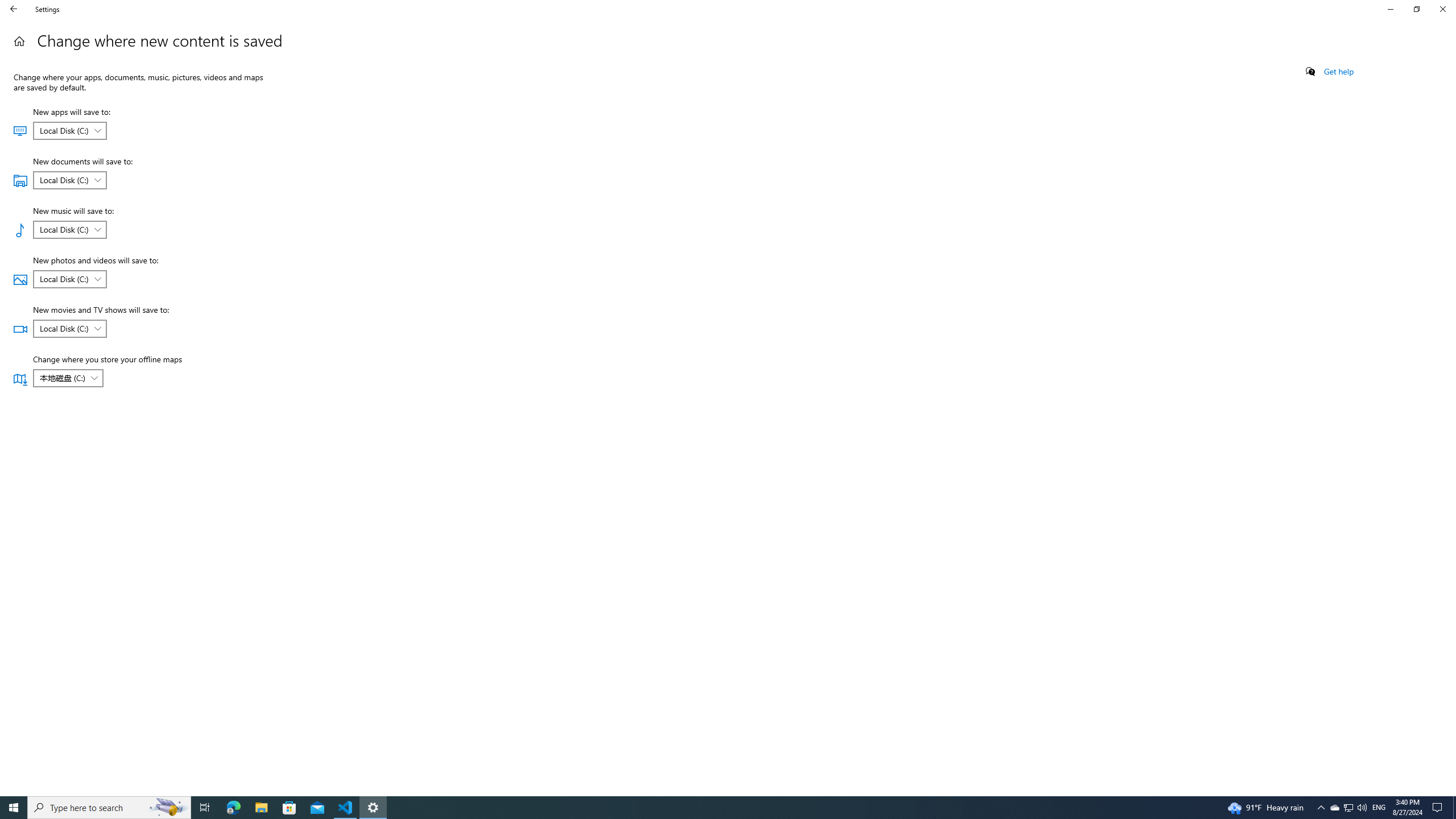 This screenshot has height=819, width=1456. What do you see at coordinates (109, 806) in the screenshot?
I see `'Search highlights icon opens search home window'` at bounding box center [109, 806].